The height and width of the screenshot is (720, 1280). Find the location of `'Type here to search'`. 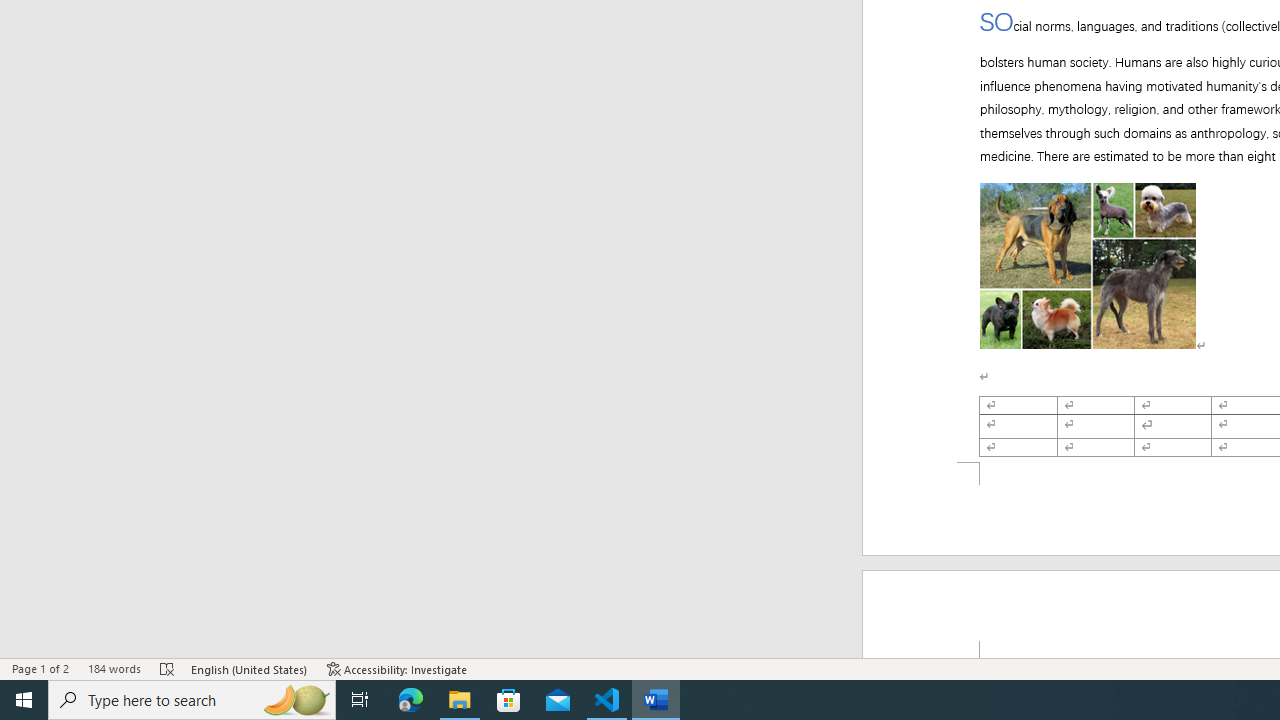

'Type here to search' is located at coordinates (192, 698).